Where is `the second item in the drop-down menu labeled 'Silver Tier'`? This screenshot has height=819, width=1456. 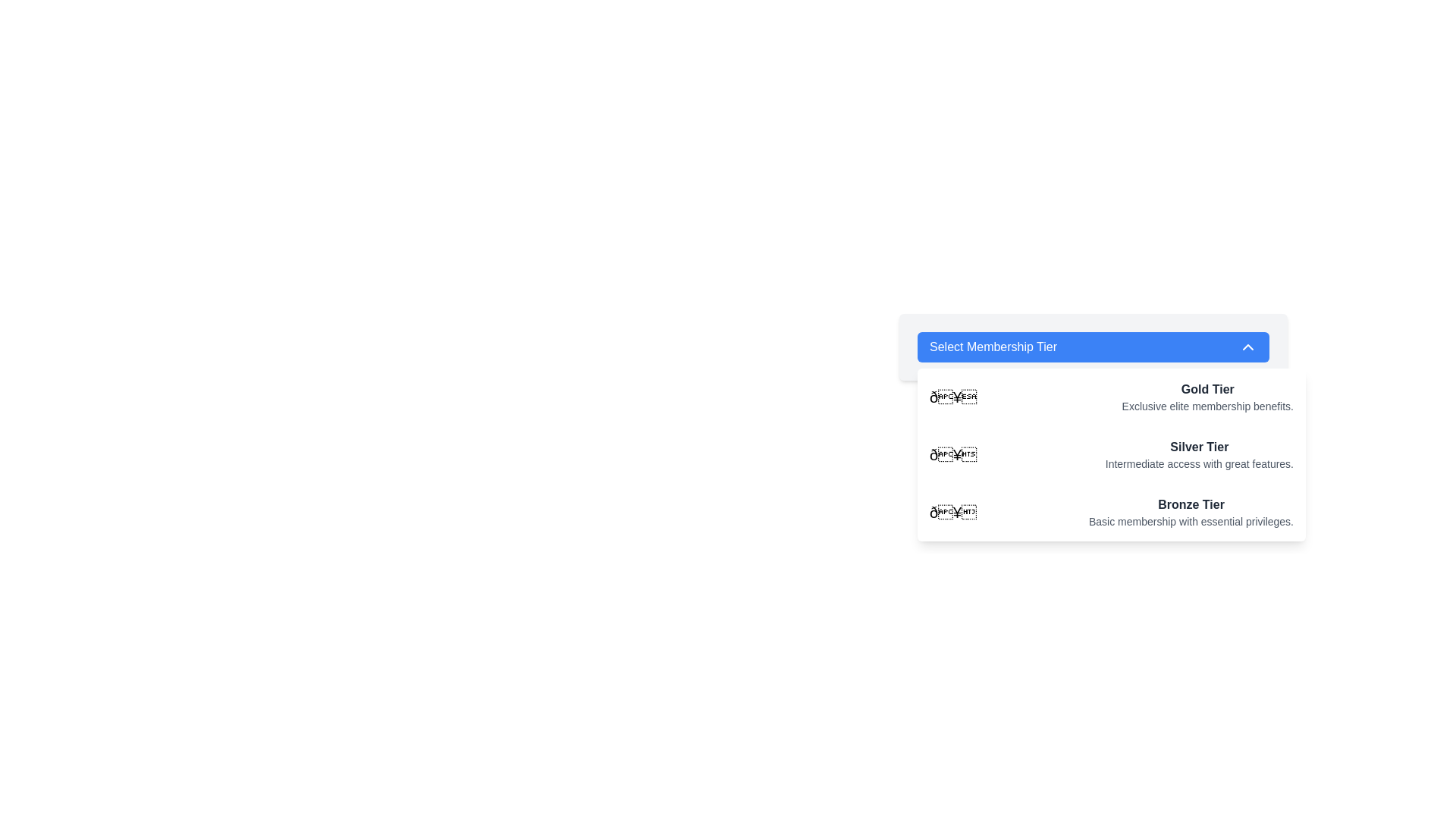 the second item in the drop-down menu labeled 'Silver Tier' is located at coordinates (1111, 454).